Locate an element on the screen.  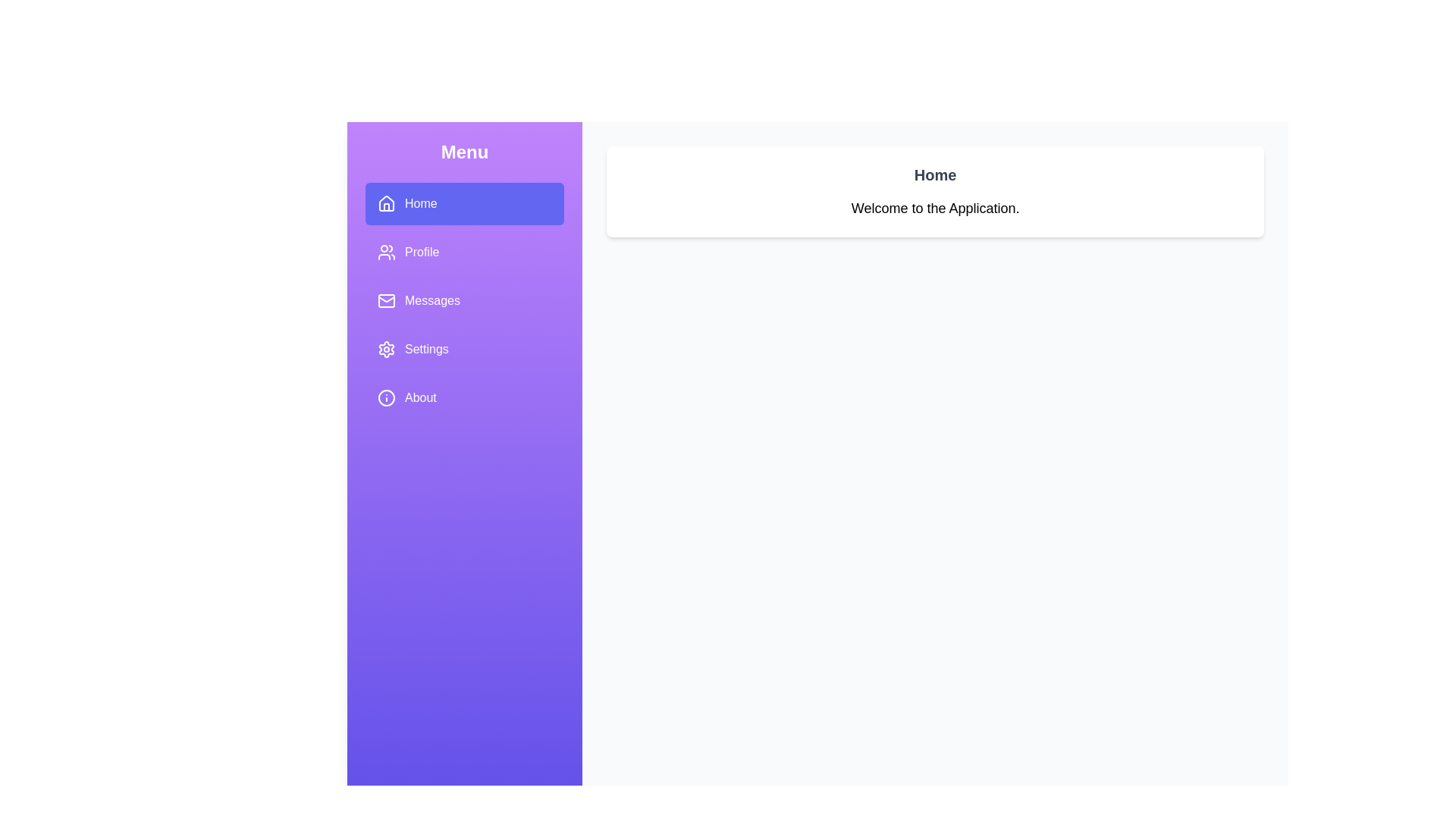
the fourth menu item in the vertical navigation menu is located at coordinates (464, 350).